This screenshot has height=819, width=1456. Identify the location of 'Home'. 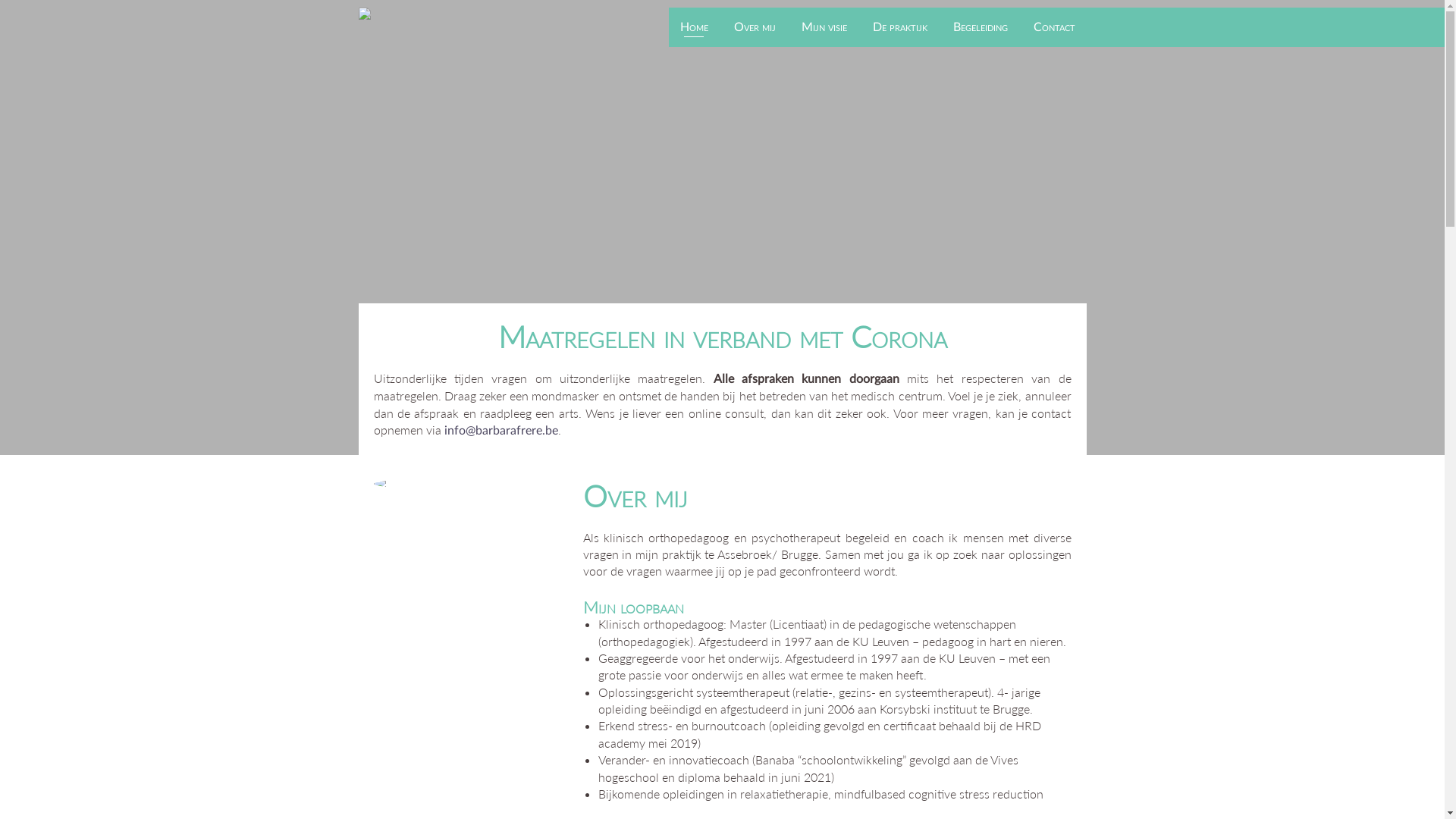
(693, 27).